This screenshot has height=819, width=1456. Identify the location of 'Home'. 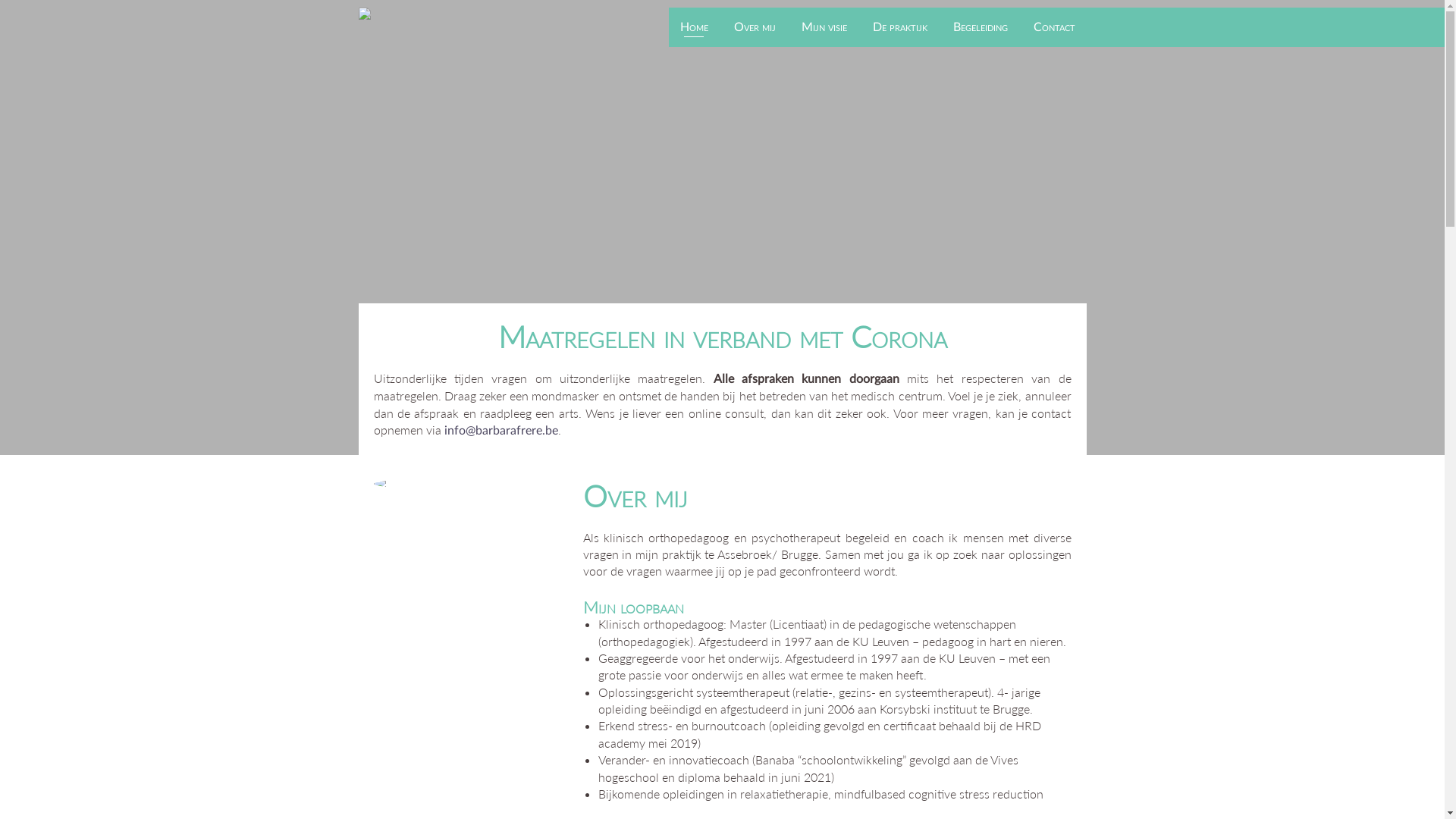
(693, 27).